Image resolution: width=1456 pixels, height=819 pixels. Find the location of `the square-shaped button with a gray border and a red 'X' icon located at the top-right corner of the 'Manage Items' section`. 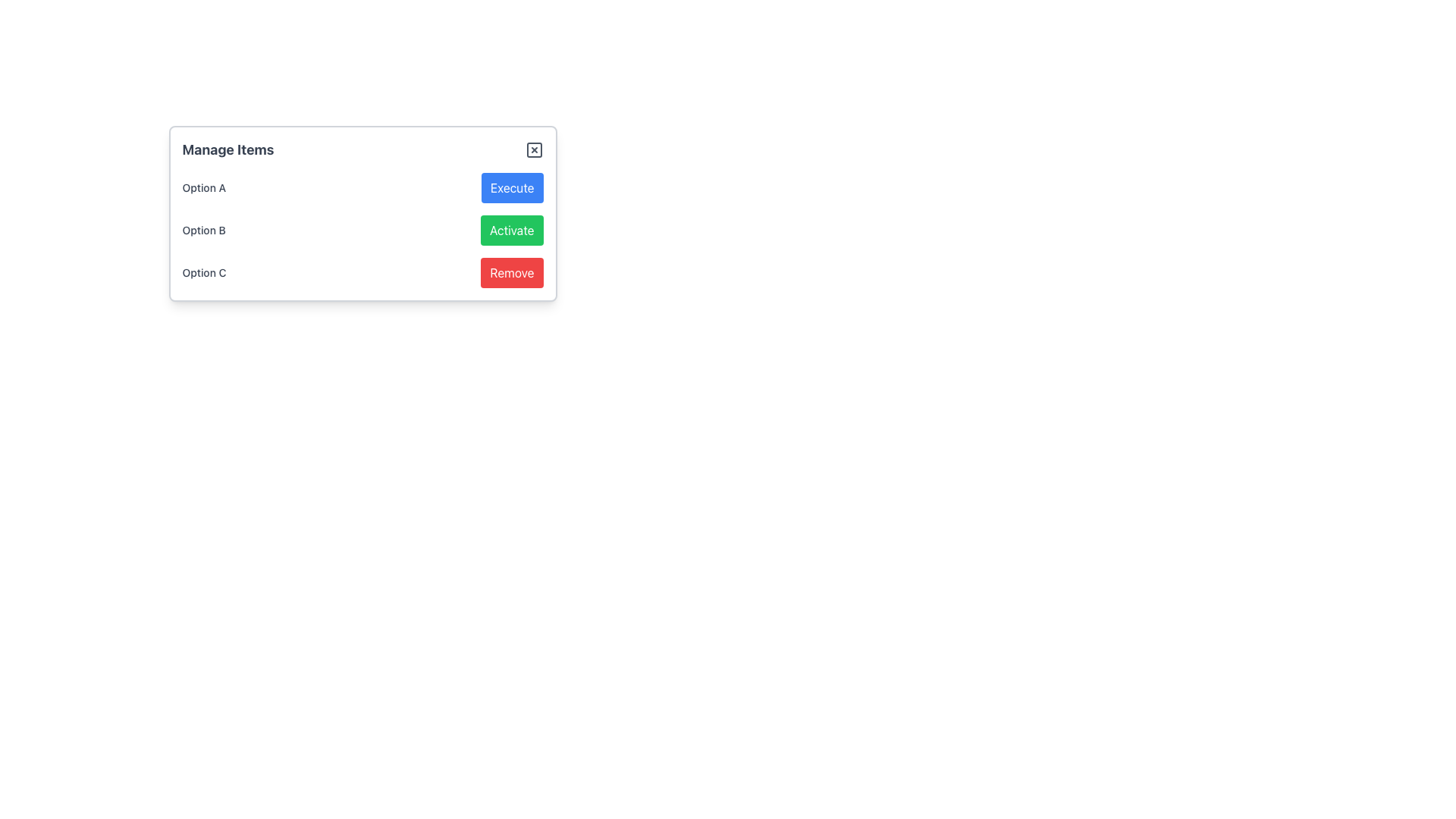

the square-shaped button with a gray border and a red 'X' icon located at the top-right corner of the 'Manage Items' section is located at coordinates (534, 149).